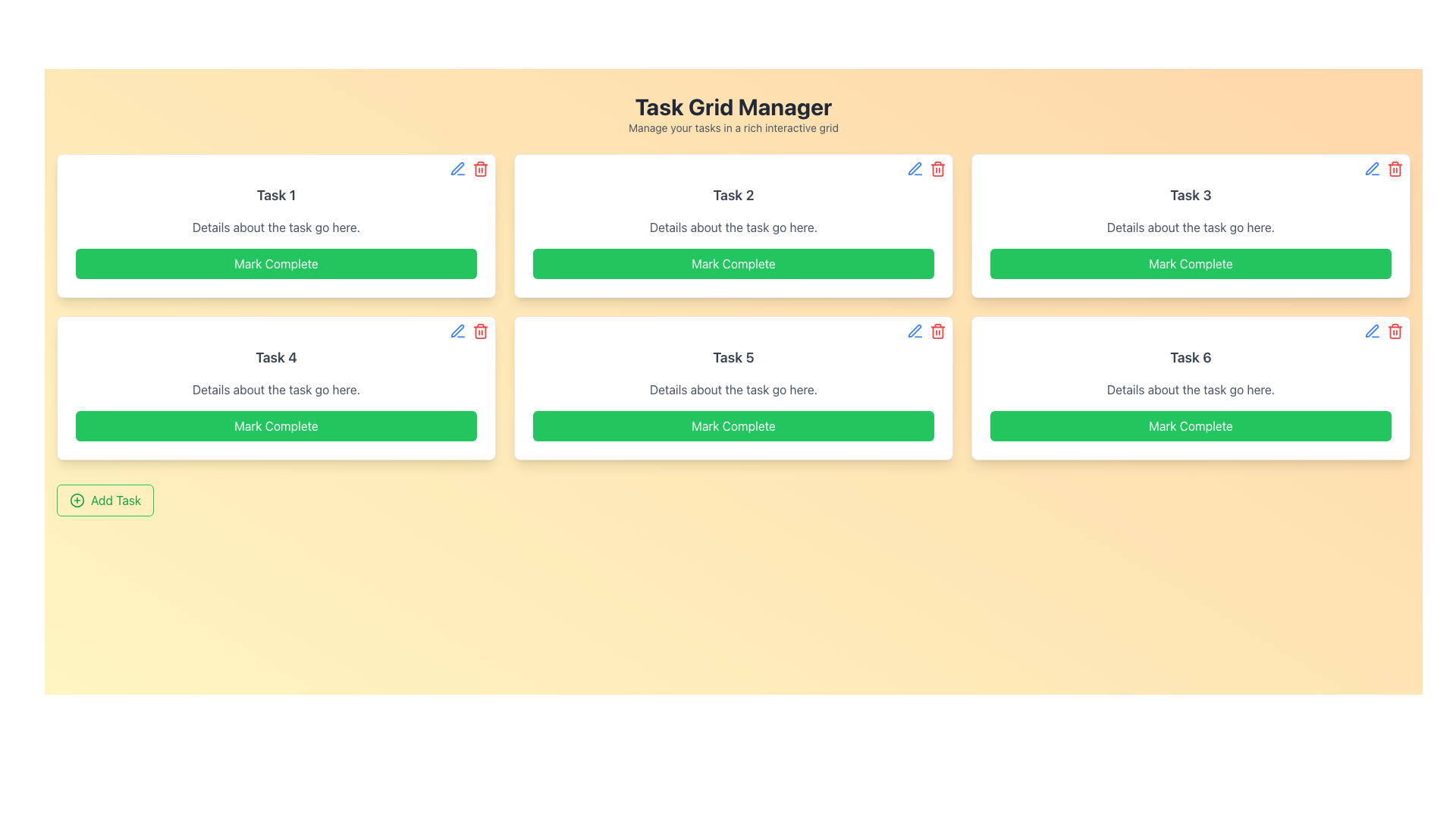 This screenshot has height=819, width=1456. Describe the element at coordinates (1395, 330) in the screenshot. I see `the trash icon button located` at that location.